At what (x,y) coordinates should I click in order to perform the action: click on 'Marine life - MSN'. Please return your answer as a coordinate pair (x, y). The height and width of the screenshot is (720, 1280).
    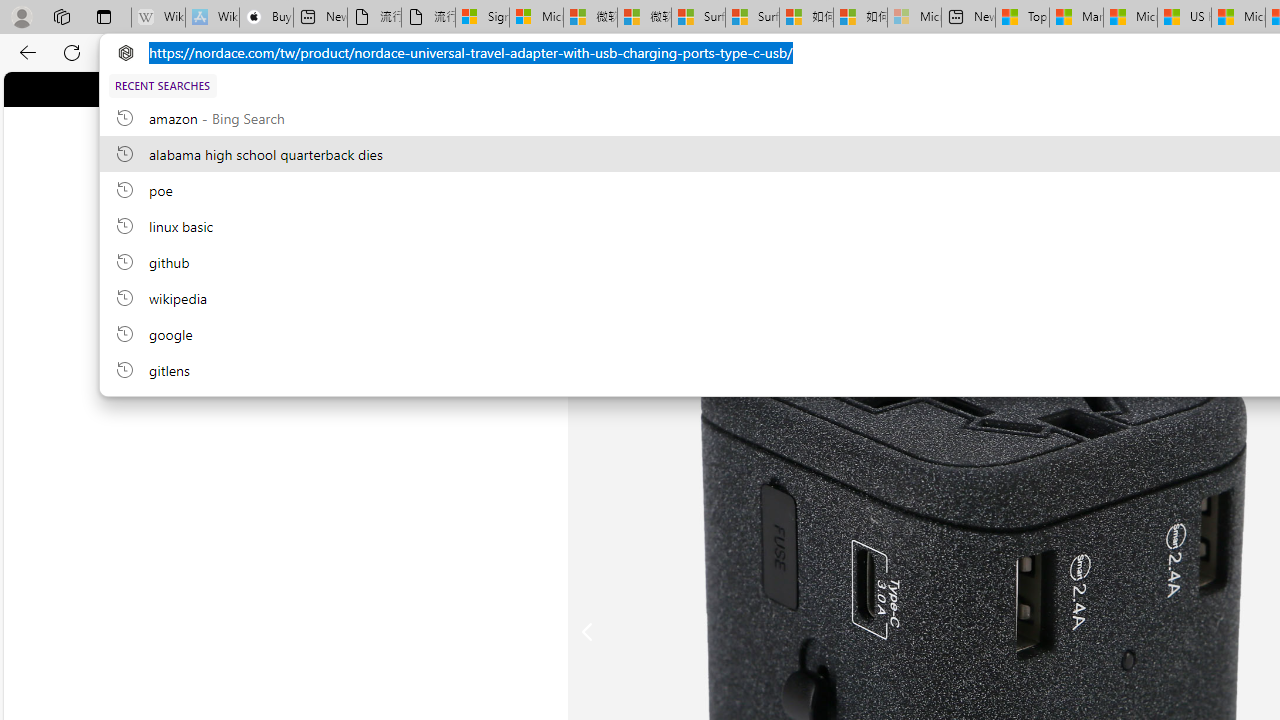
    Looking at the image, I should click on (1075, 17).